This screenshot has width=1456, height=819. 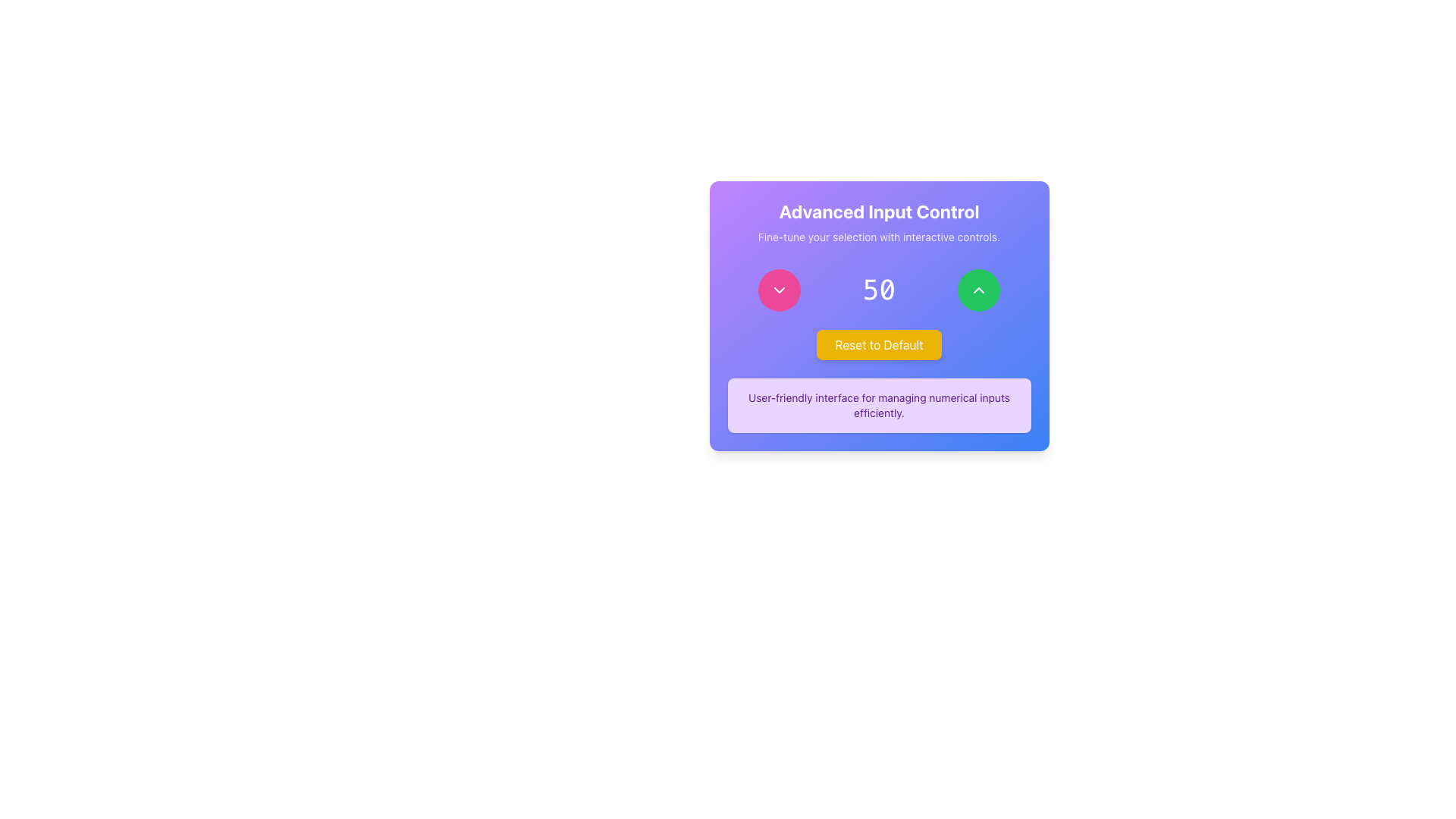 I want to click on the chevron-up icon with a green circular background to increment the number in the numeric input section, so click(x=978, y=290).